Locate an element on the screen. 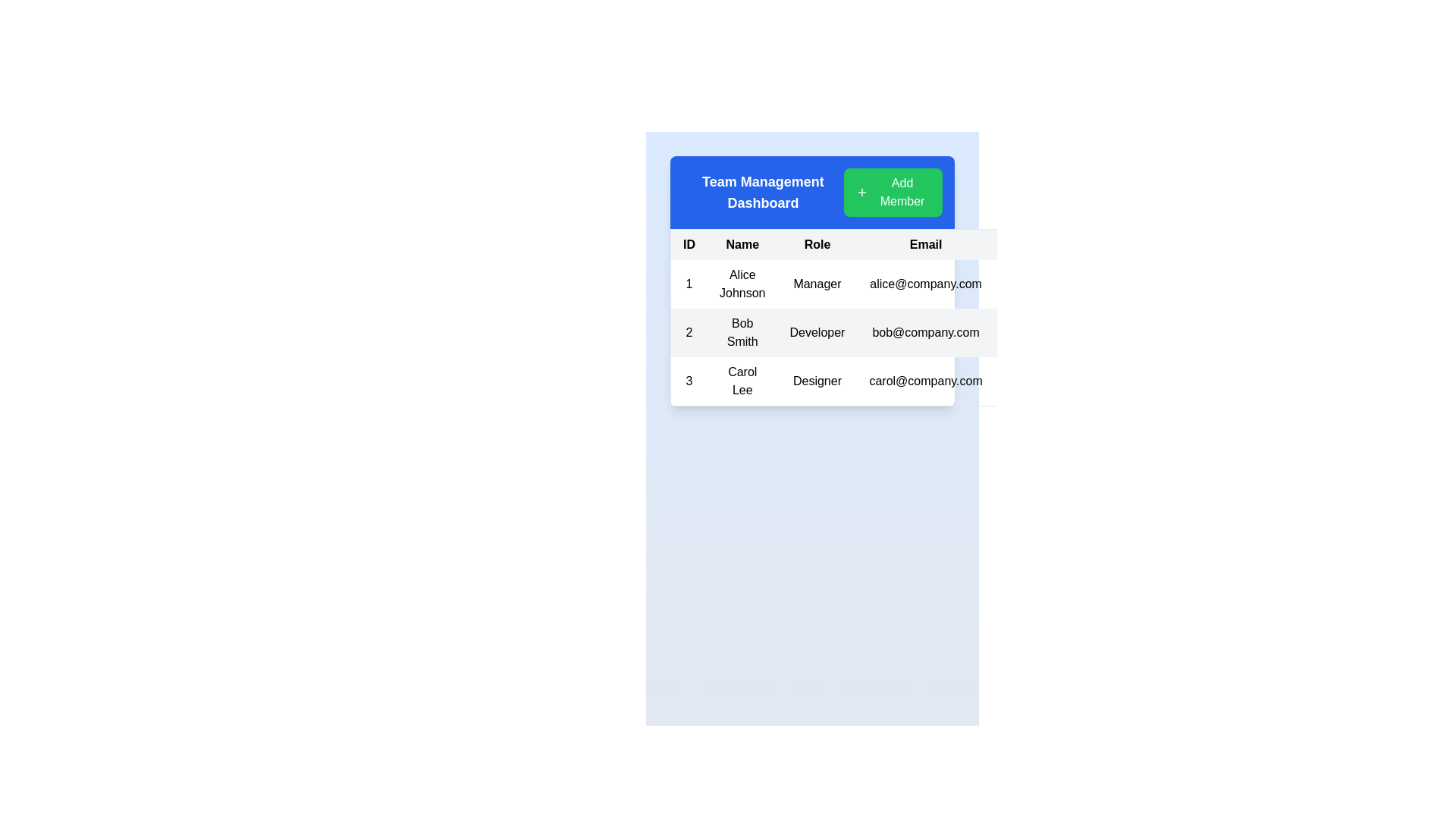  the Text label in the first column of the second row of the table to read its unique numerical ID is located at coordinates (688, 332).